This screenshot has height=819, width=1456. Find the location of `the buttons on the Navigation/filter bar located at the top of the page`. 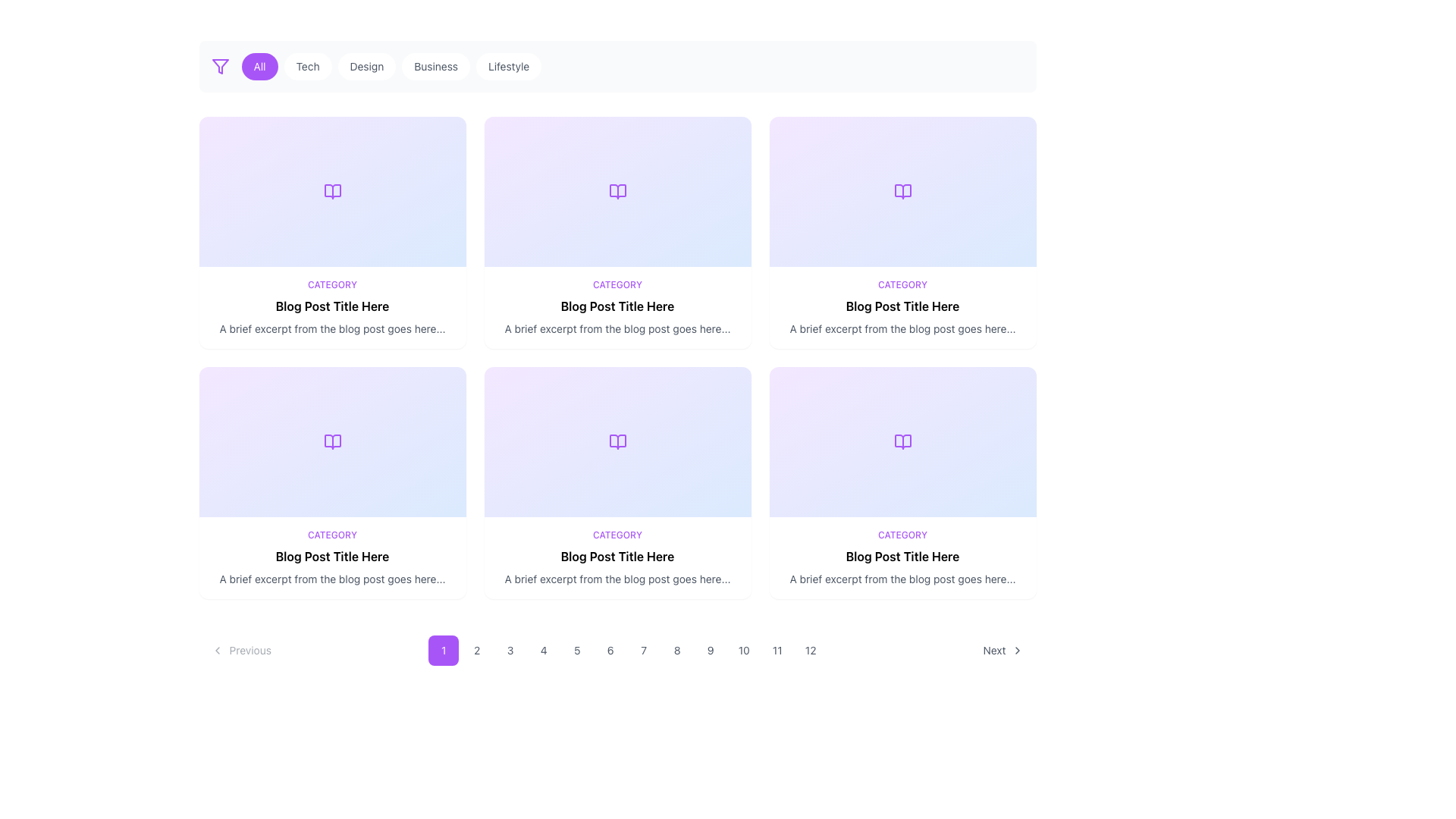

the buttons on the Navigation/filter bar located at the top of the page is located at coordinates (617, 66).